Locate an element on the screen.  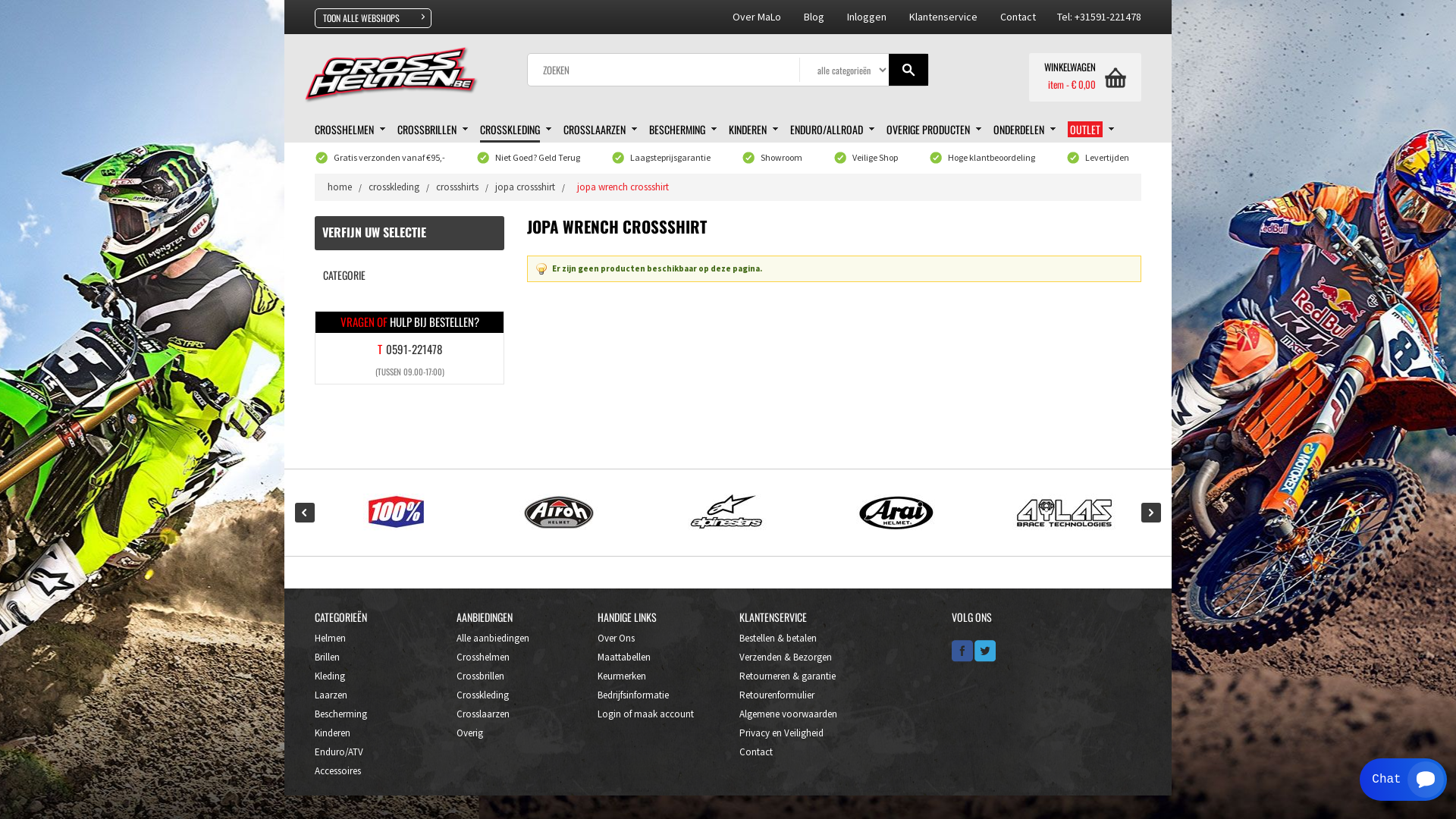
'Overig' is located at coordinates (469, 732).